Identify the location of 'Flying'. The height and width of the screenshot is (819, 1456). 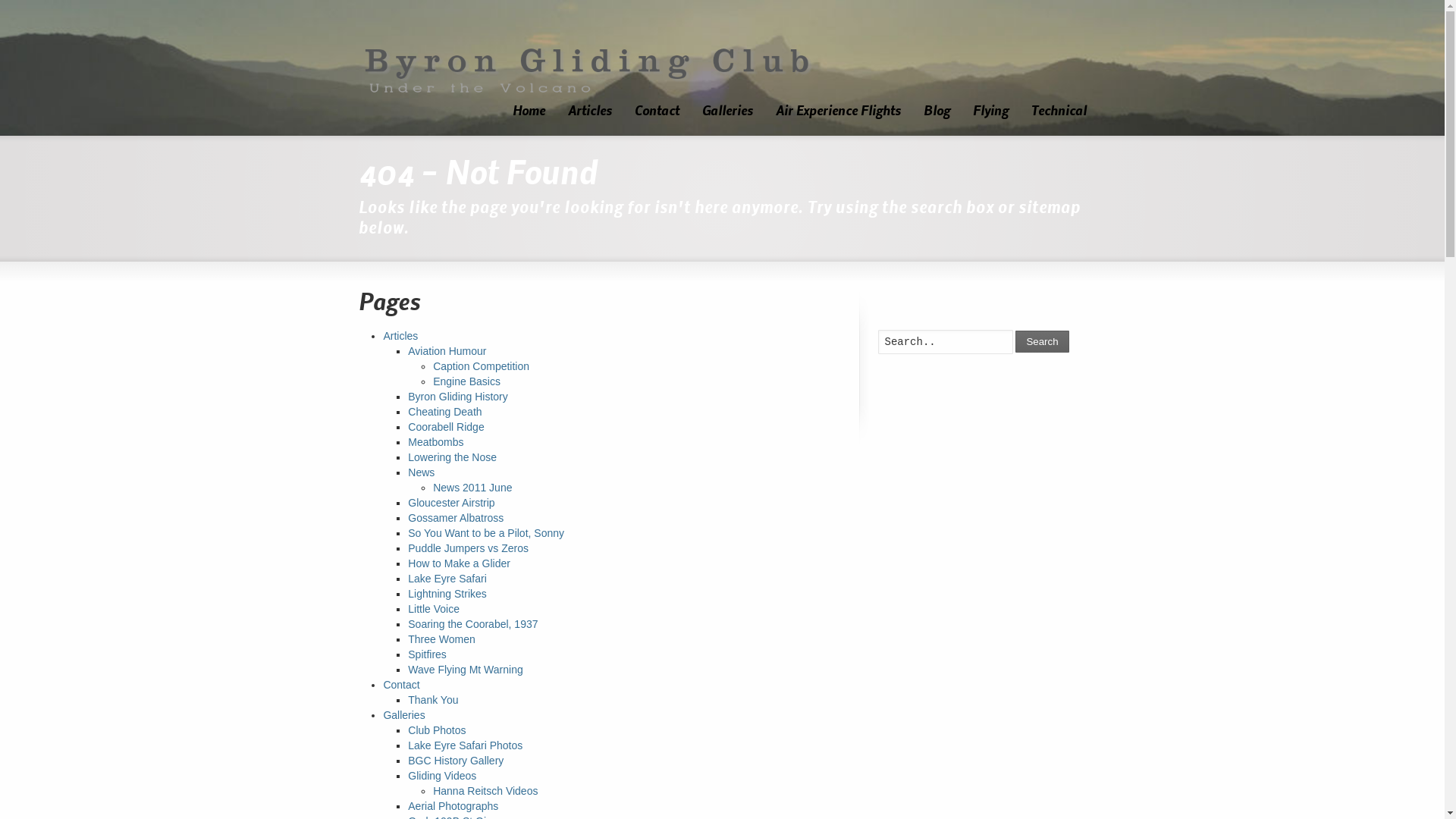
(960, 112).